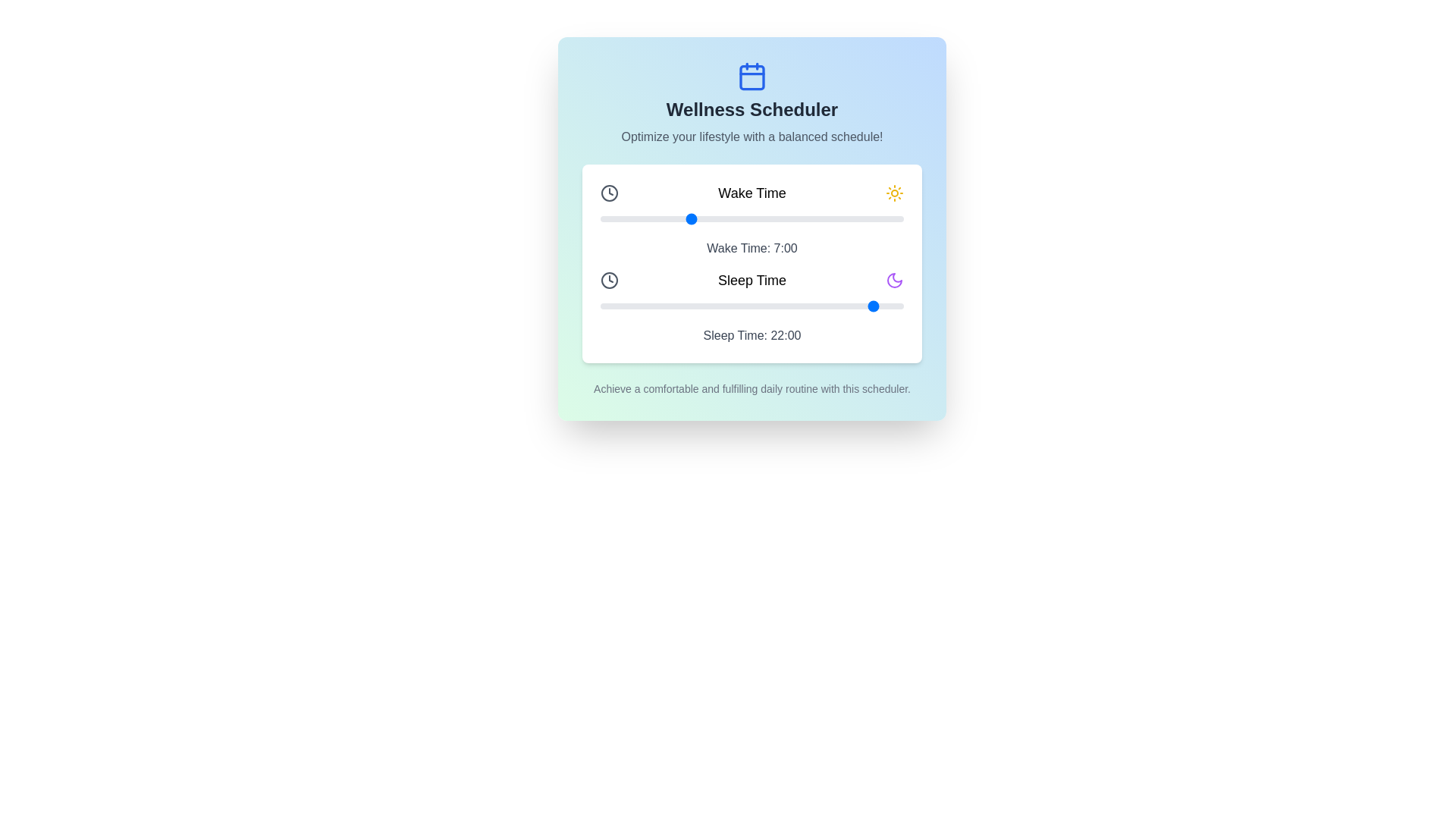 This screenshot has height=819, width=1456. What do you see at coordinates (752, 247) in the screenshot?
I see `the Static Text Label displaying 'Wake Time: 7:00', which is styled with gray coloring and is positioned below the horizontal slider for adjusting the 'Wake Time'` at bounding box center [752, 247].